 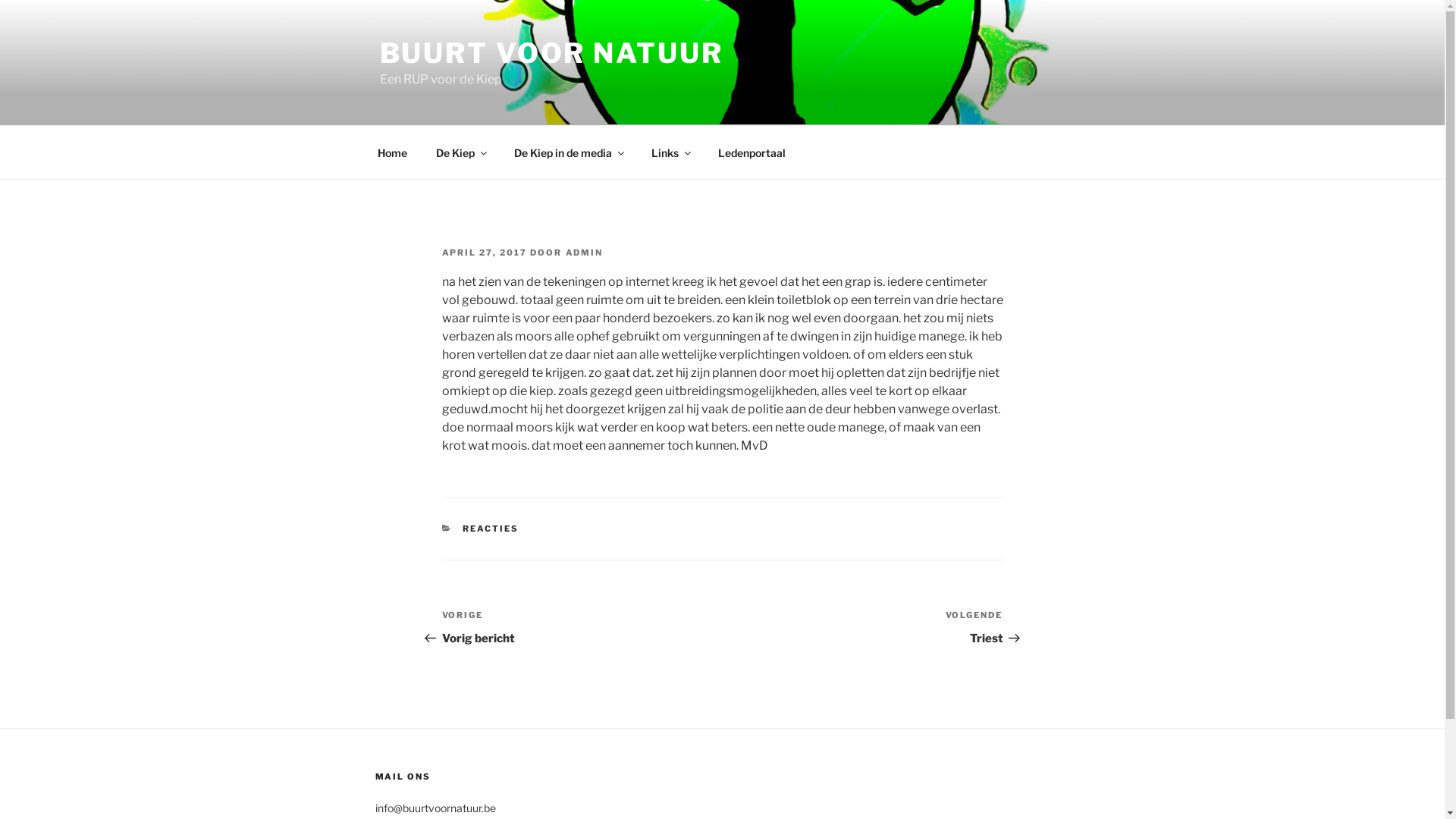 What do you see at coordinates (491, 528) in the screenshot?
I see `'REACTIES'` at bounding box center [491, 528].